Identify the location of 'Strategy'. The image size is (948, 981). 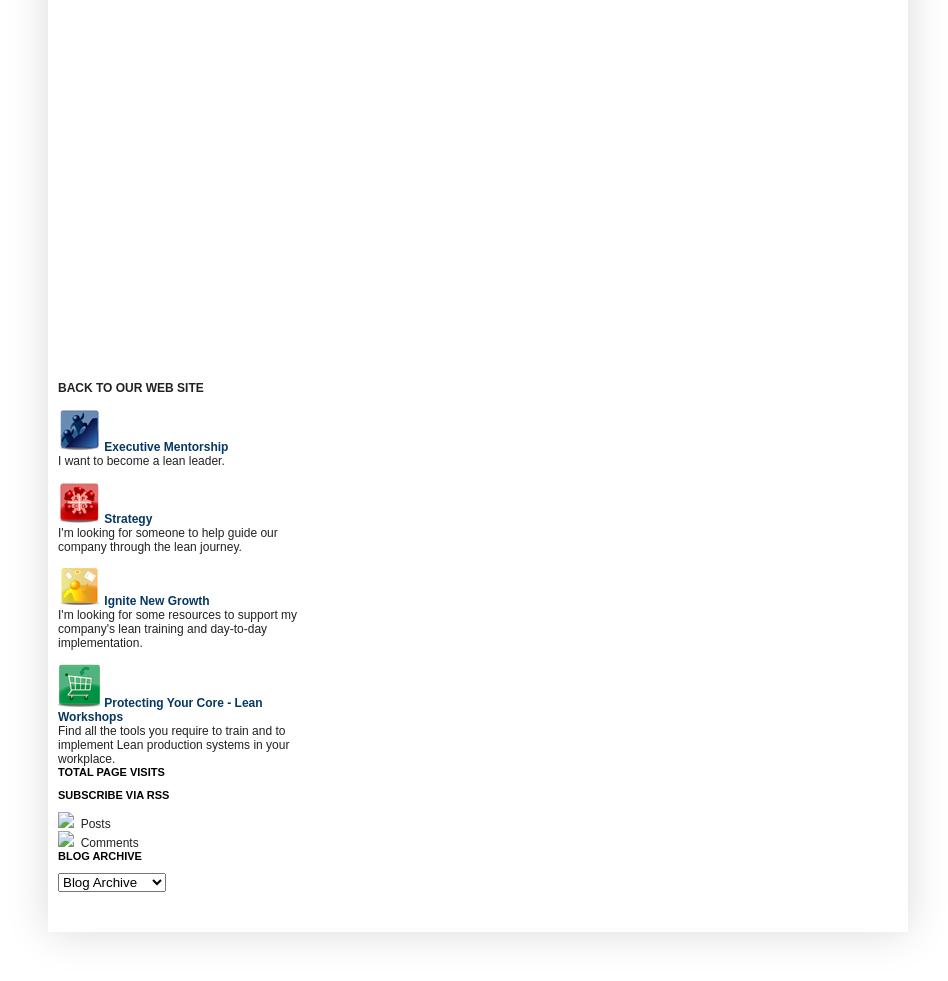
(126, 519).